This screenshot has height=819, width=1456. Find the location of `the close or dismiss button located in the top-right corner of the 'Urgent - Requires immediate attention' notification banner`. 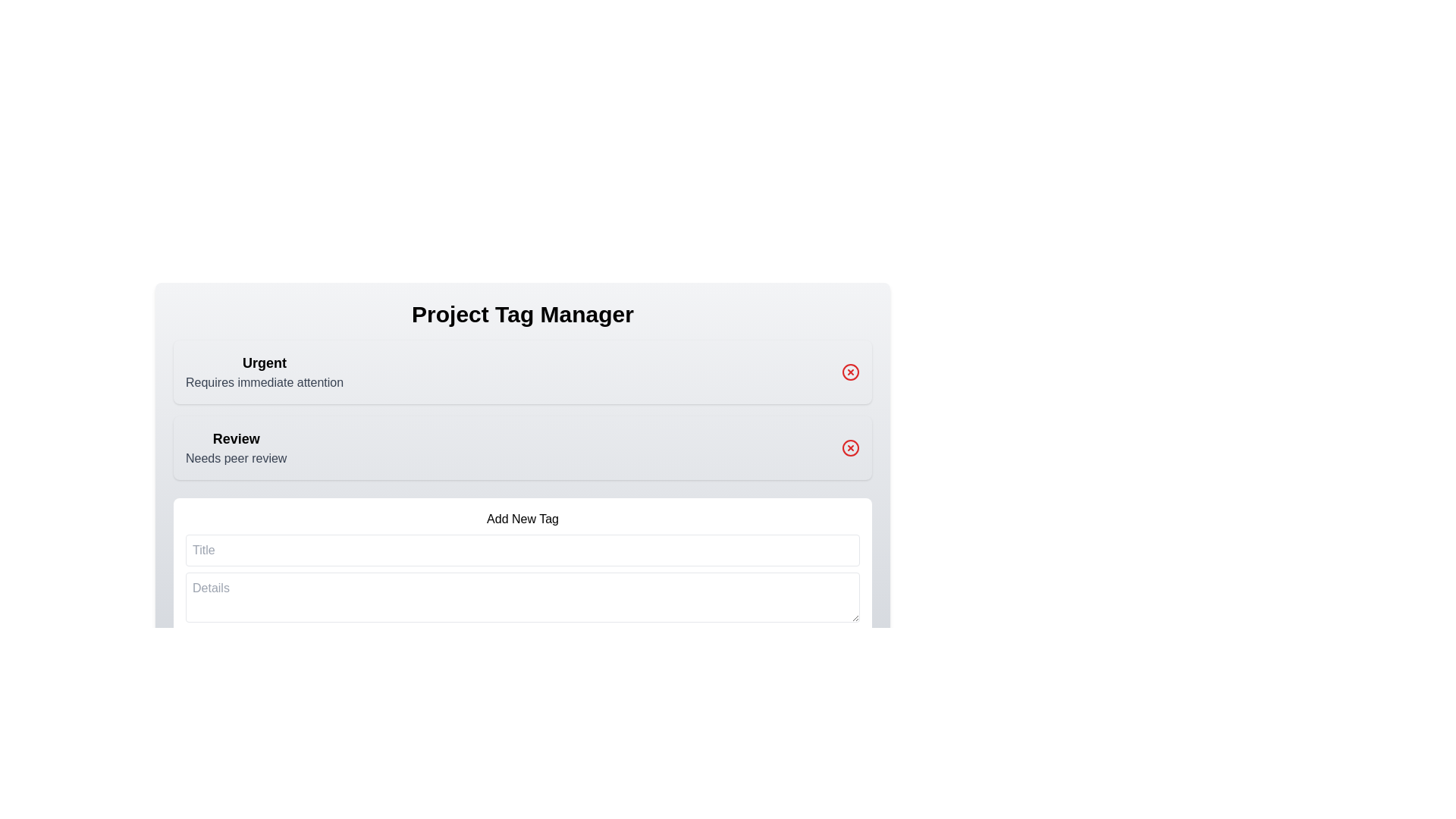

the close or dismiss button located in the top-right corner of the 'Urgent - Requires immediate attention' notification banner is located at coordinates (851, 372).